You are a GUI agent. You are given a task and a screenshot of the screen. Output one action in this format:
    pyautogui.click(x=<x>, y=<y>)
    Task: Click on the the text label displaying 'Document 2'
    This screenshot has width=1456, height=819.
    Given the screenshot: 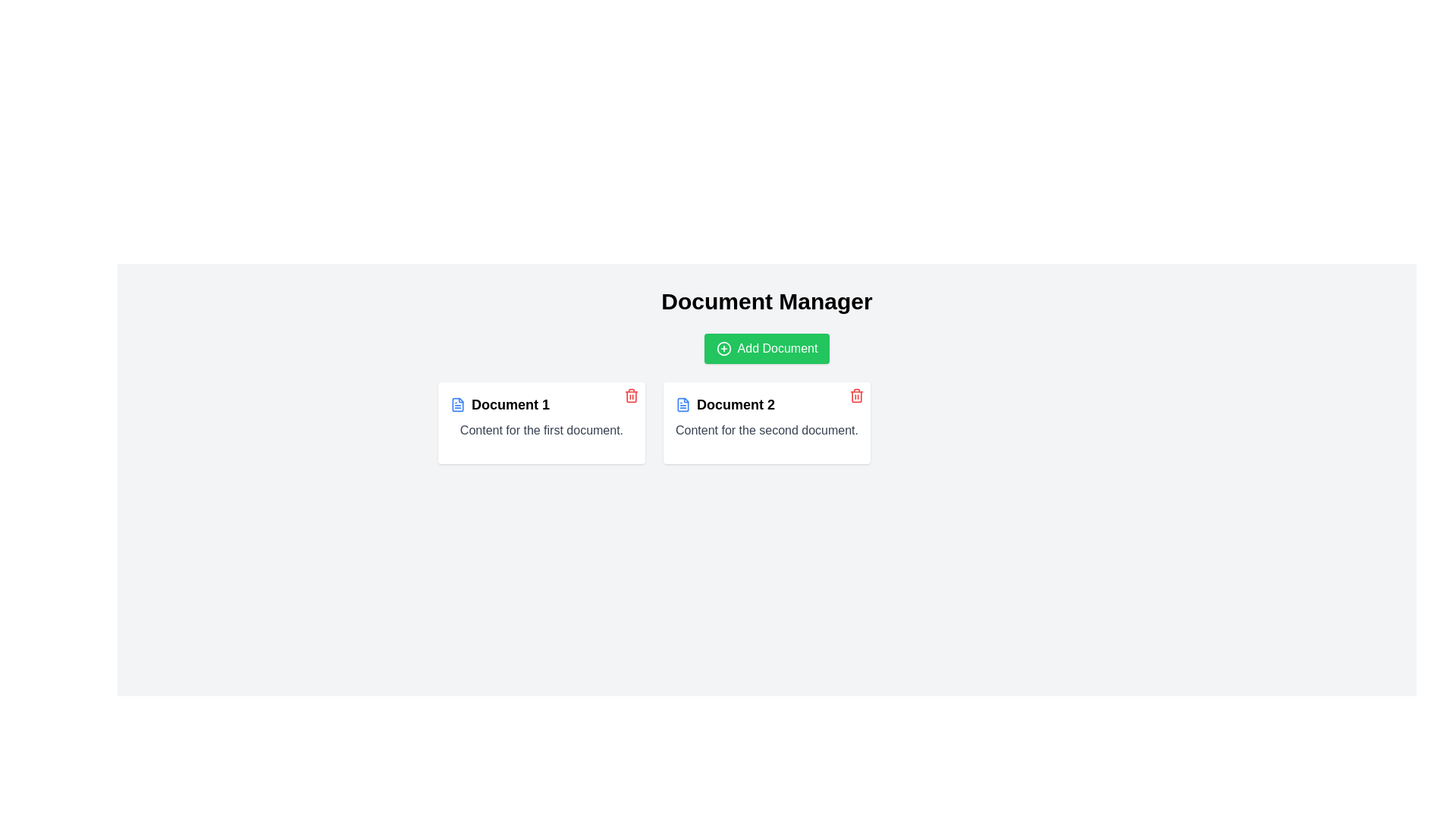 What is the action you would take?
    pyautogui.click(x=736, y=403)
    